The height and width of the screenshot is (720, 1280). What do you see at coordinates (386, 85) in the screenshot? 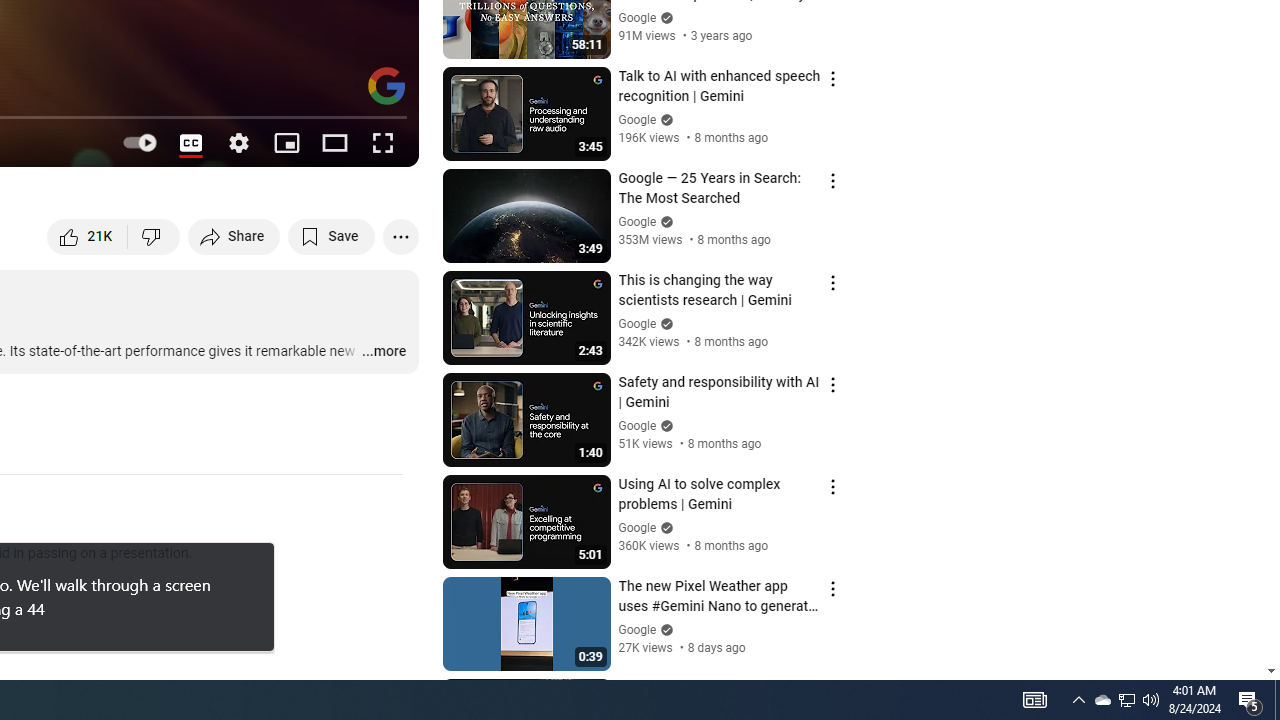
I see `'Channel watermark'` at bounding box center [386, 85].